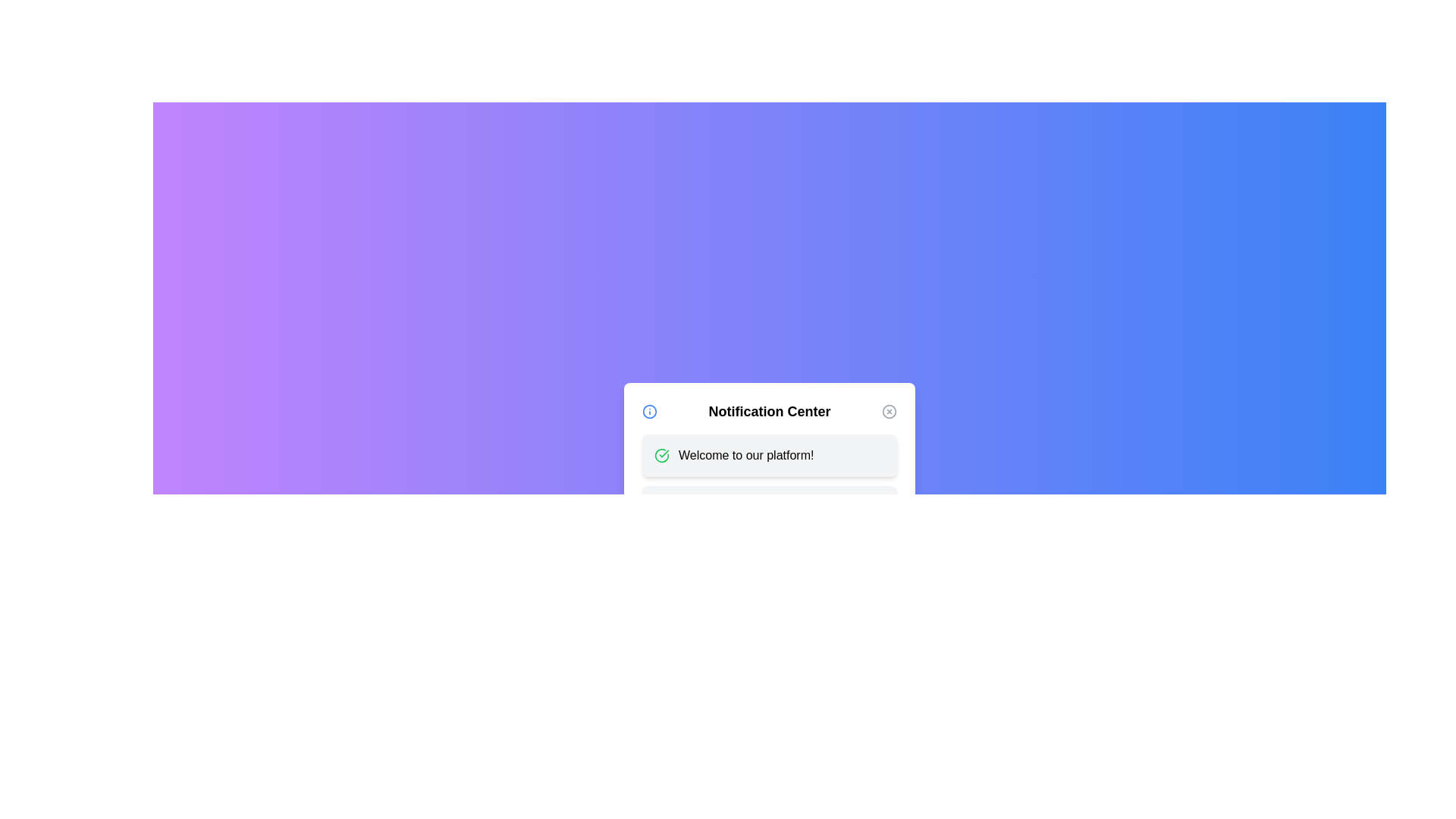 The width and height of the screenshot is (1456, 819). Describe the element at coordinates (662, 455) in the screenshot. I see `the success confirmation icon located to the left of the message 'Welcome to our platform!' within the shadowed rectangular card` at that location.